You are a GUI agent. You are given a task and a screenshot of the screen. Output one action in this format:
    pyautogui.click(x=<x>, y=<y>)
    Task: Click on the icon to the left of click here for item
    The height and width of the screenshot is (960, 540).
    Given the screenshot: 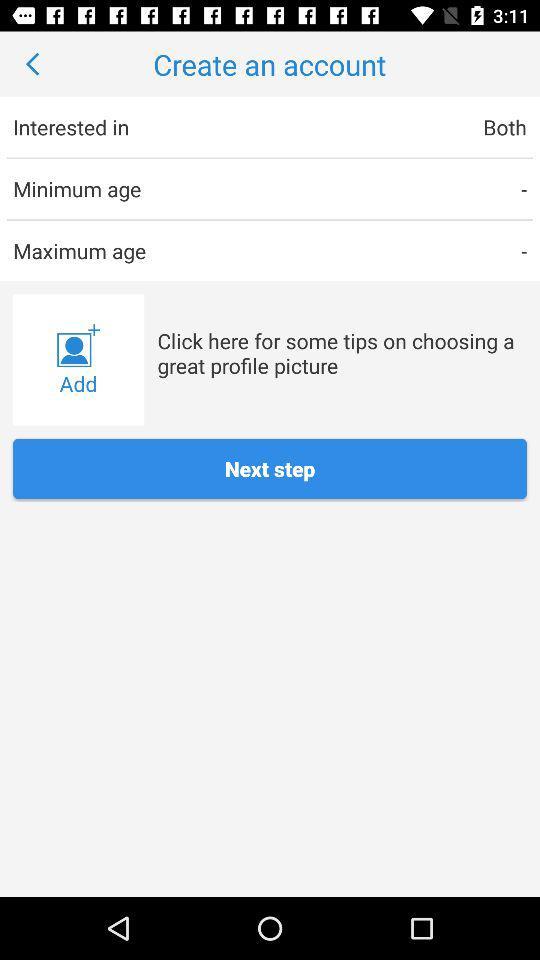 What is the action you would take?
    pyautogui.click(x=77, y=360)
    